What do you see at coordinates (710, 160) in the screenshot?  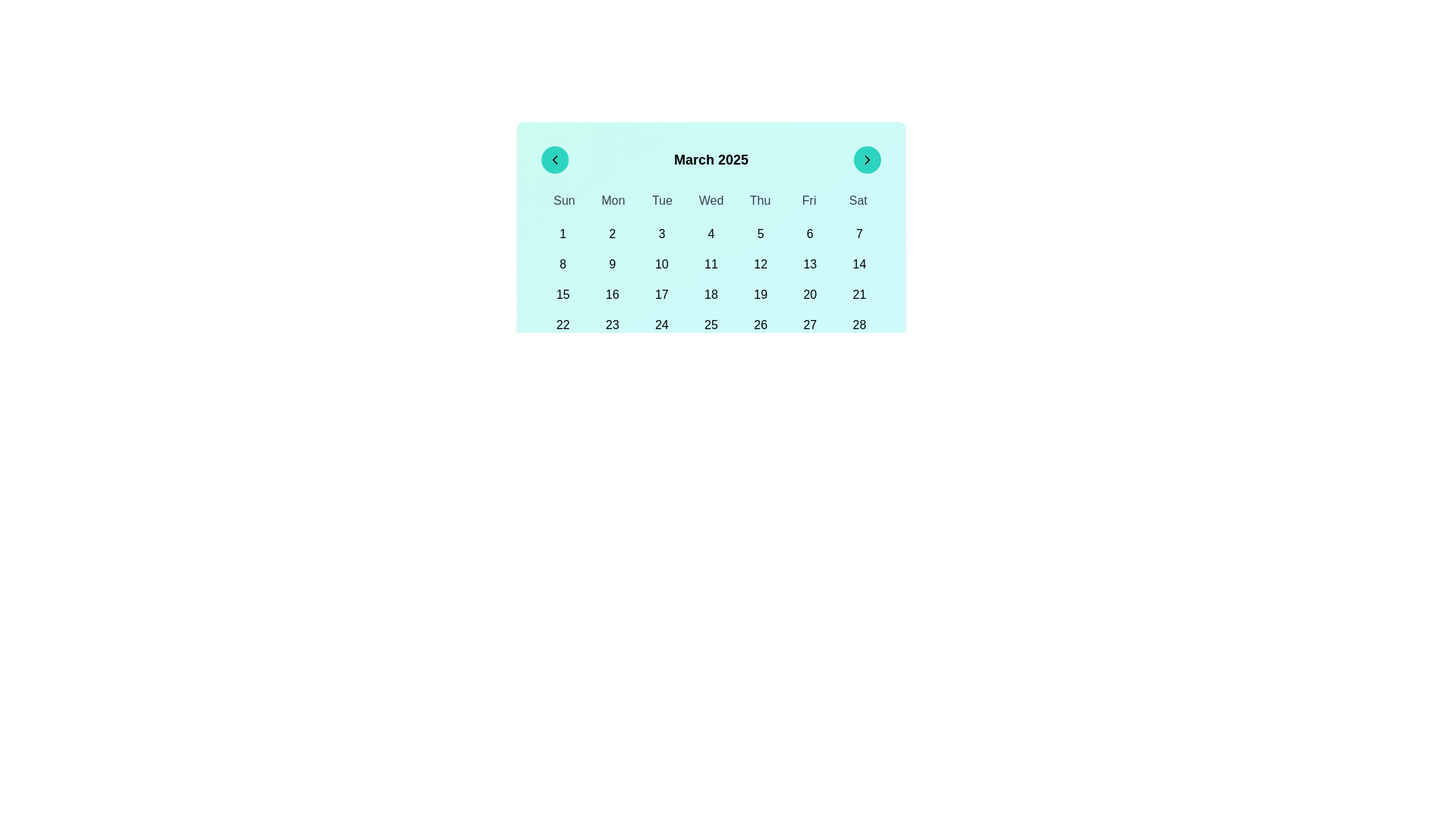 I see `the text label displaying the month and year in the header section of the calendar interface` at bounding box center [710, 160].